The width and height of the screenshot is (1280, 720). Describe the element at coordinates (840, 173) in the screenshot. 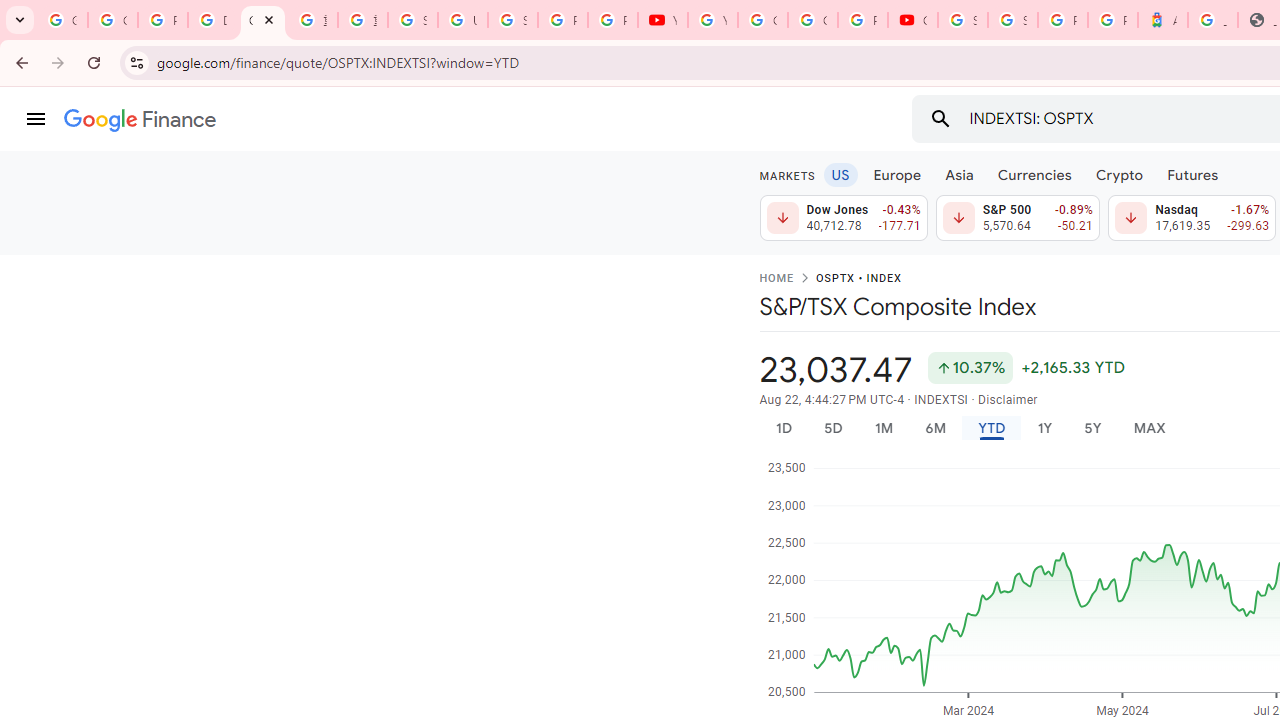

I see `'US'` at that location.